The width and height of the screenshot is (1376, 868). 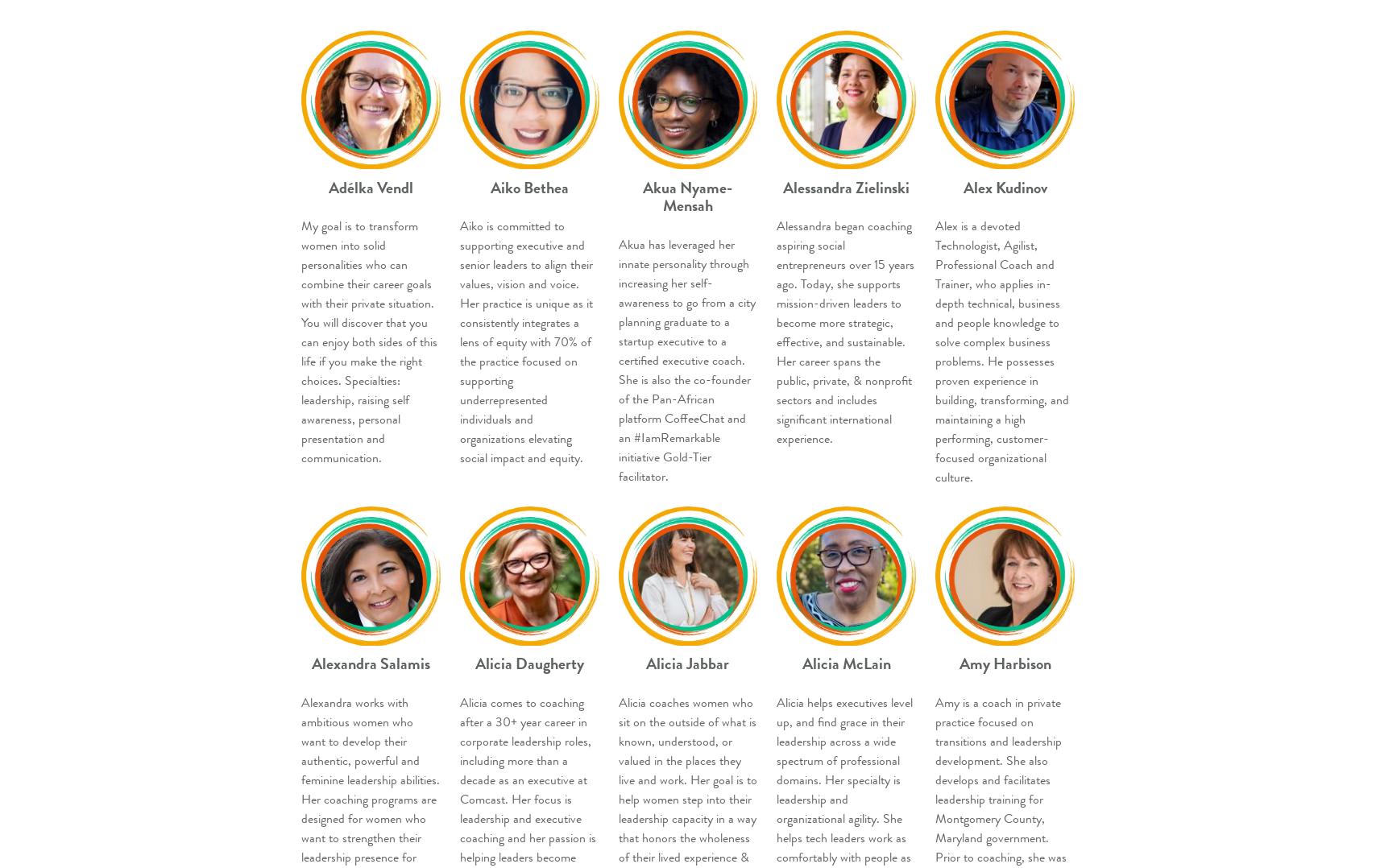 I want to click on 'Alessandra Zielinski', so click(x=846, y=186).